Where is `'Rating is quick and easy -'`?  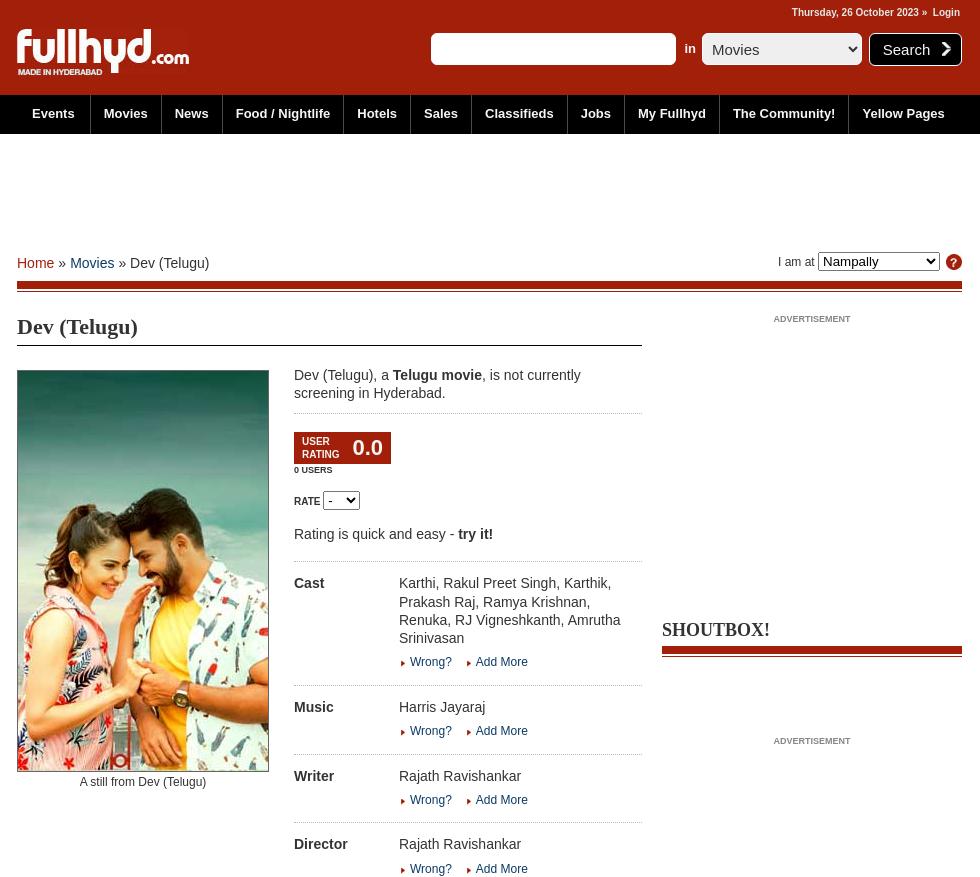 'Rating is quick and easy -' is located at coordinates (376, 533).